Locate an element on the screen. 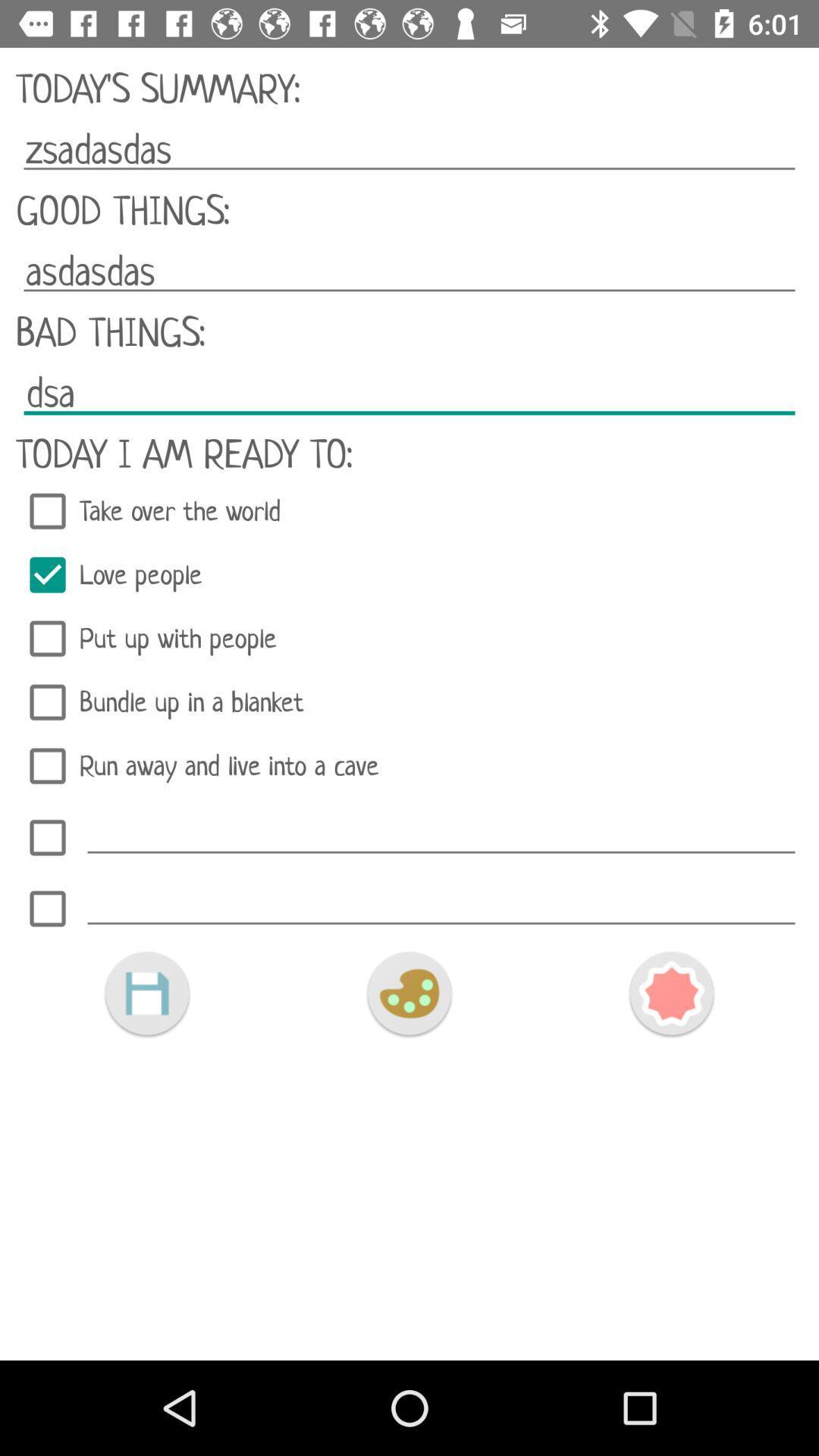 This screenshot has width=819, height=1456. choose added item is located at coordinates (46, 908).